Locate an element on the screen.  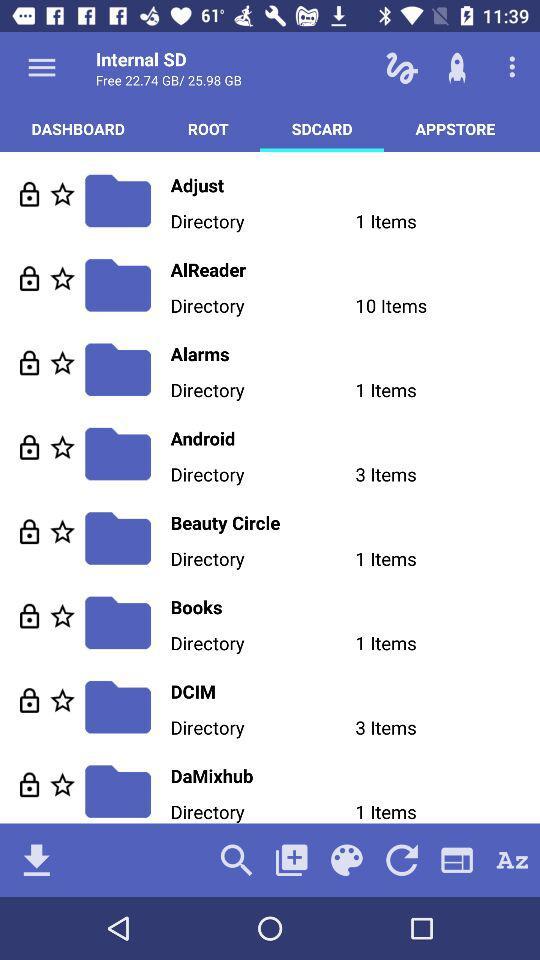
lock the folder is located at coordinates (28, 700).